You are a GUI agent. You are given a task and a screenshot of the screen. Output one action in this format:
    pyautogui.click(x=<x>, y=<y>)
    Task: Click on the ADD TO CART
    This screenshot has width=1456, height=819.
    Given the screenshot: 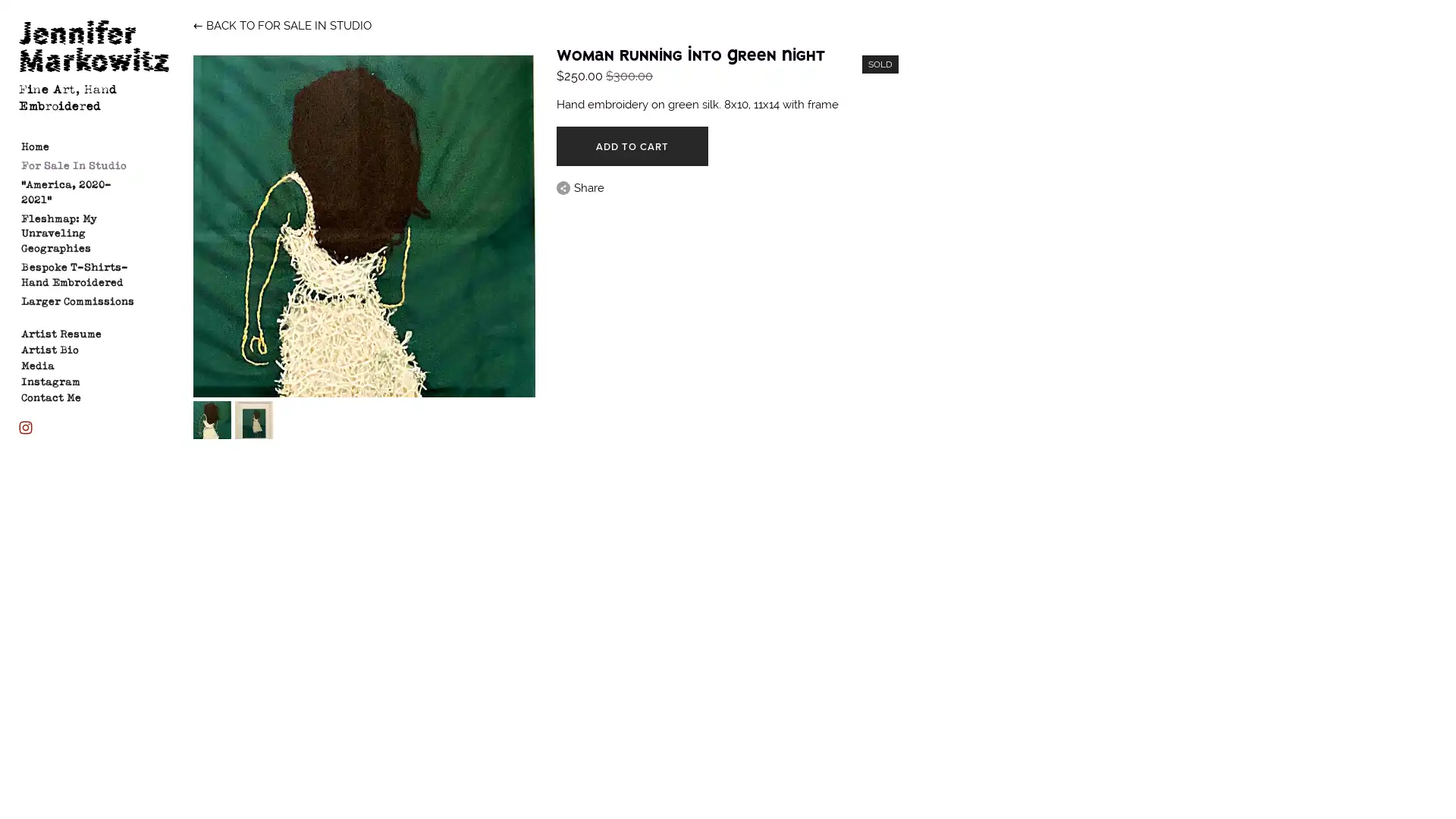 What is the action you would take?
    pyautogui.click(x=632, y=146)
    